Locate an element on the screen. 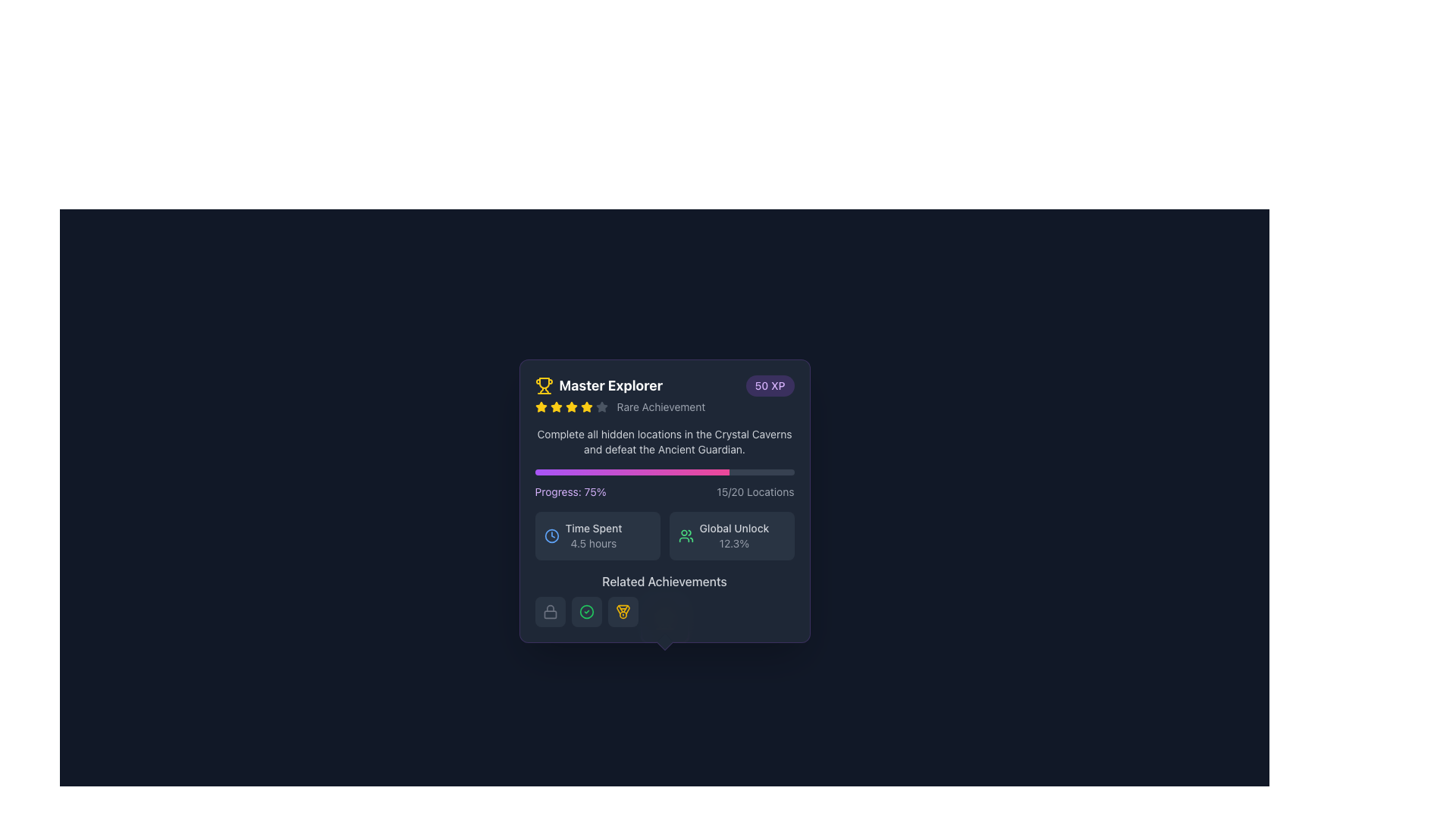 The image size is (1456, 819). the state of the fourth star icon in the rating system under the title 'Master Explorer' is located at coordinates (601, 406).